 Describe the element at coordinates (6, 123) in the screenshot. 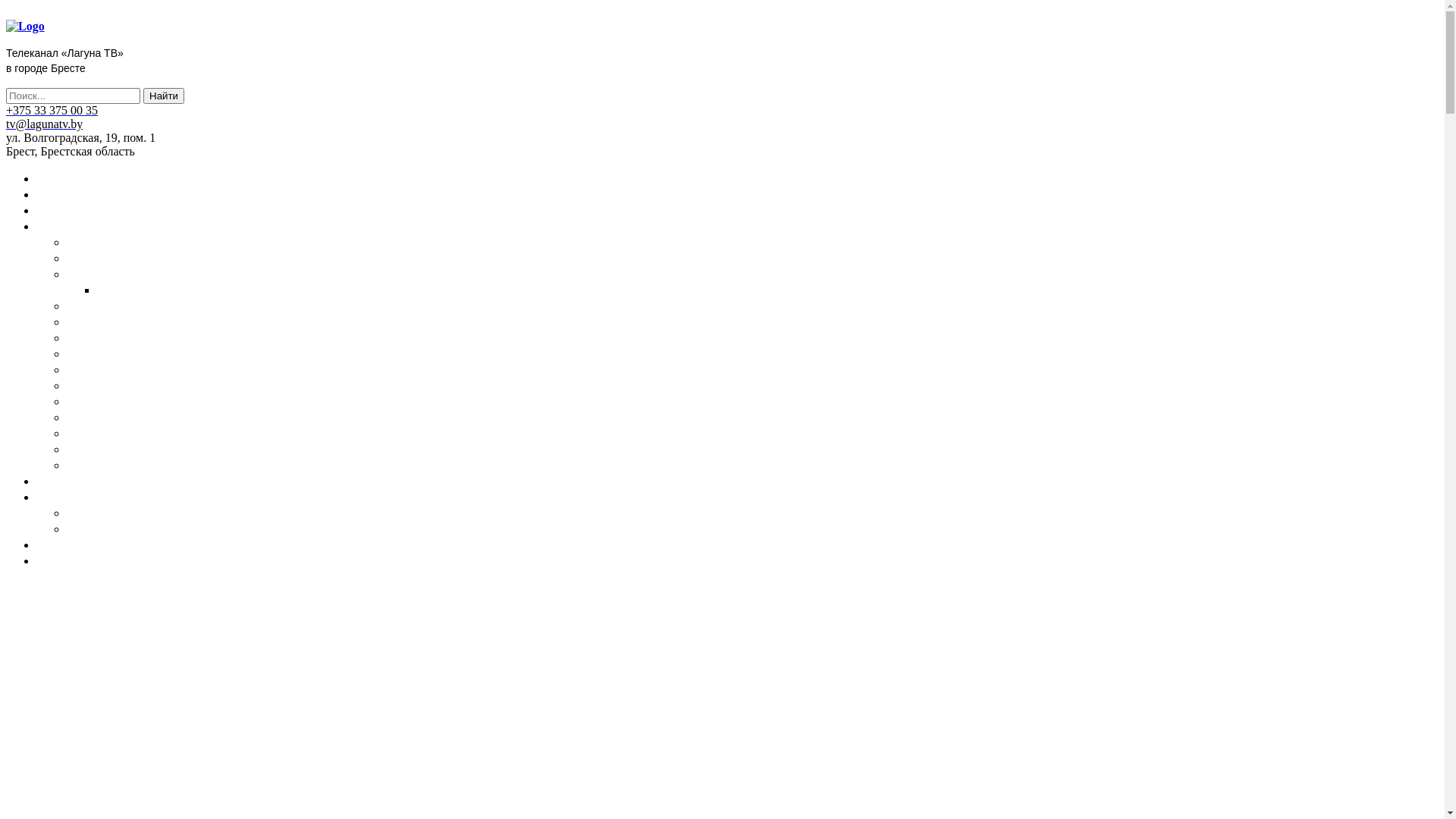

I see `'tv@lagunatv.by'` at that location.